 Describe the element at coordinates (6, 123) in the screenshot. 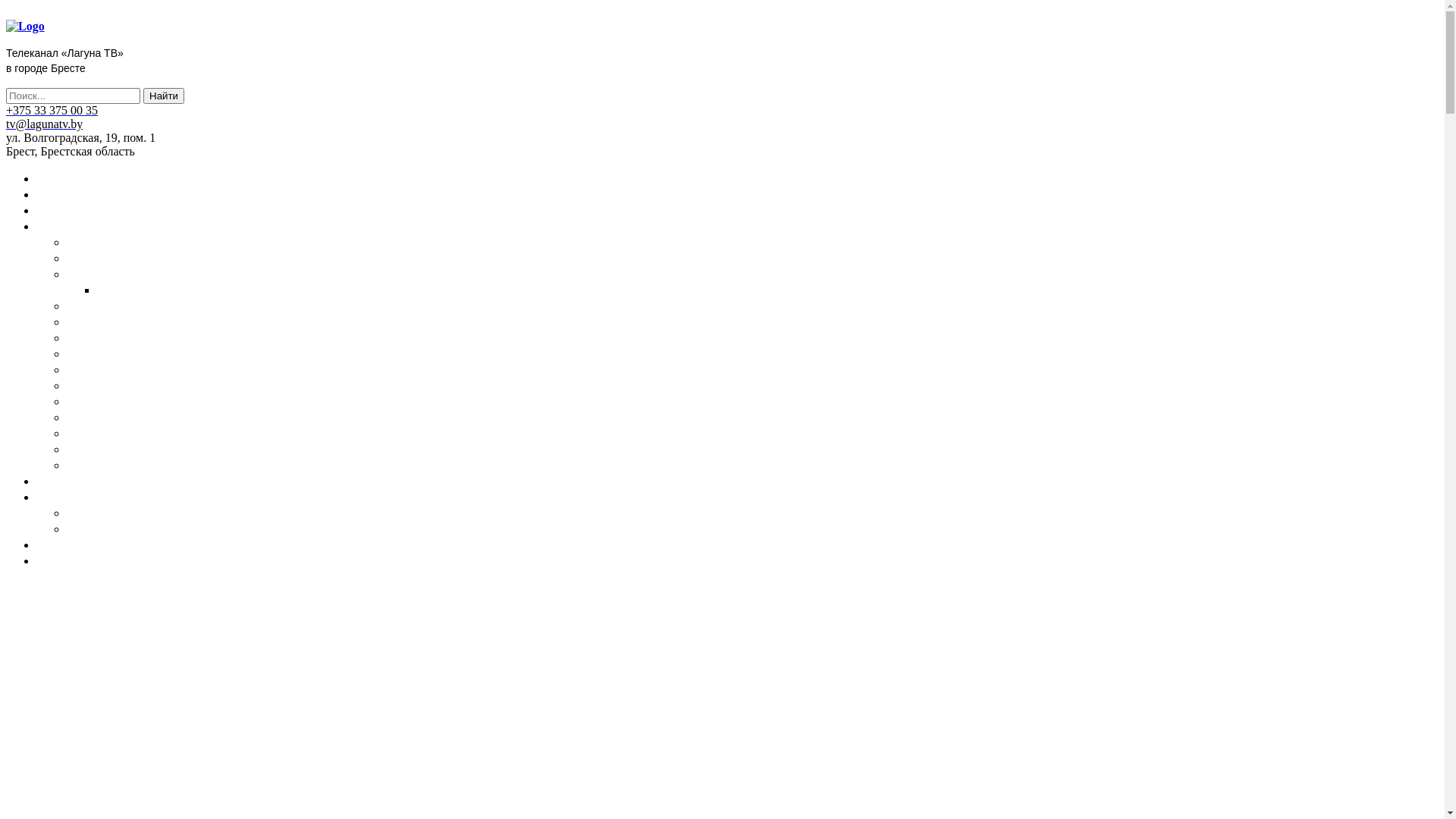

I see `'tv@lagunatv.by'` at that location.